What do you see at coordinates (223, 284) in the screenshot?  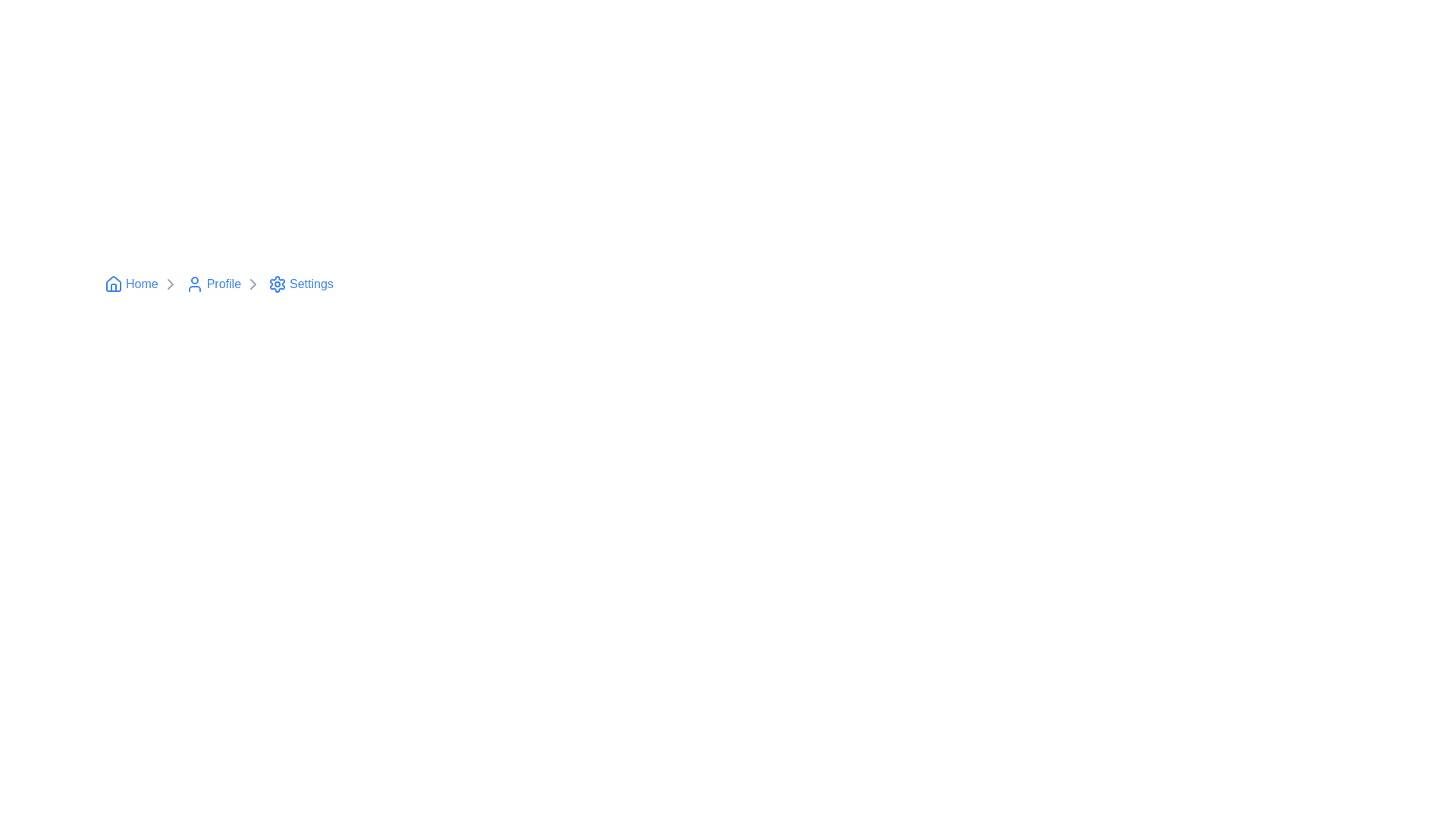 I see `the 'Profile' text label in the breadcrumb navigation` at bounding box center [223, 284].